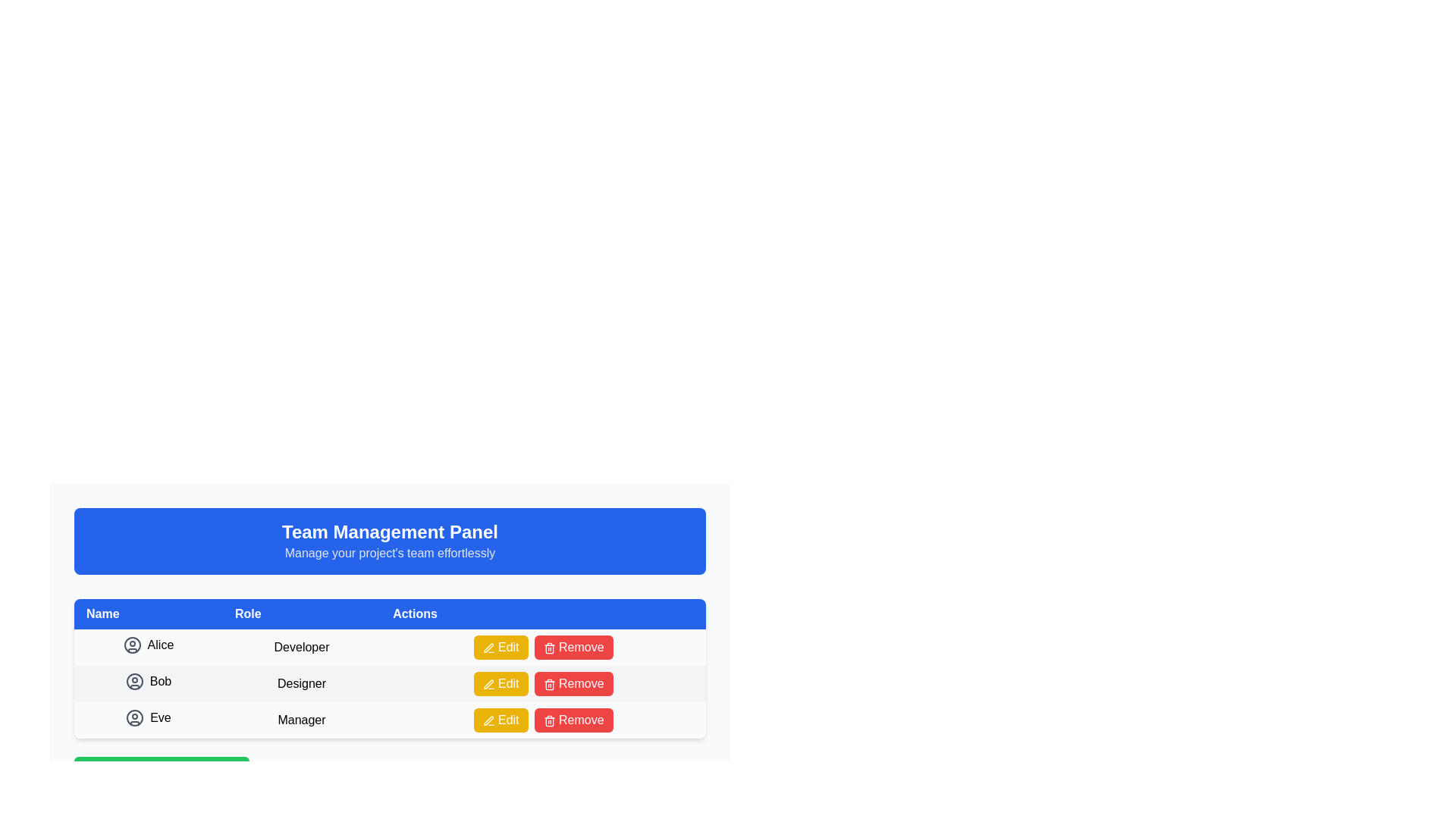  I want to click on the 'Remove' button, which features a trash bin icon on the left side of its text and is located in the last column of a table row, so click(548, 720).